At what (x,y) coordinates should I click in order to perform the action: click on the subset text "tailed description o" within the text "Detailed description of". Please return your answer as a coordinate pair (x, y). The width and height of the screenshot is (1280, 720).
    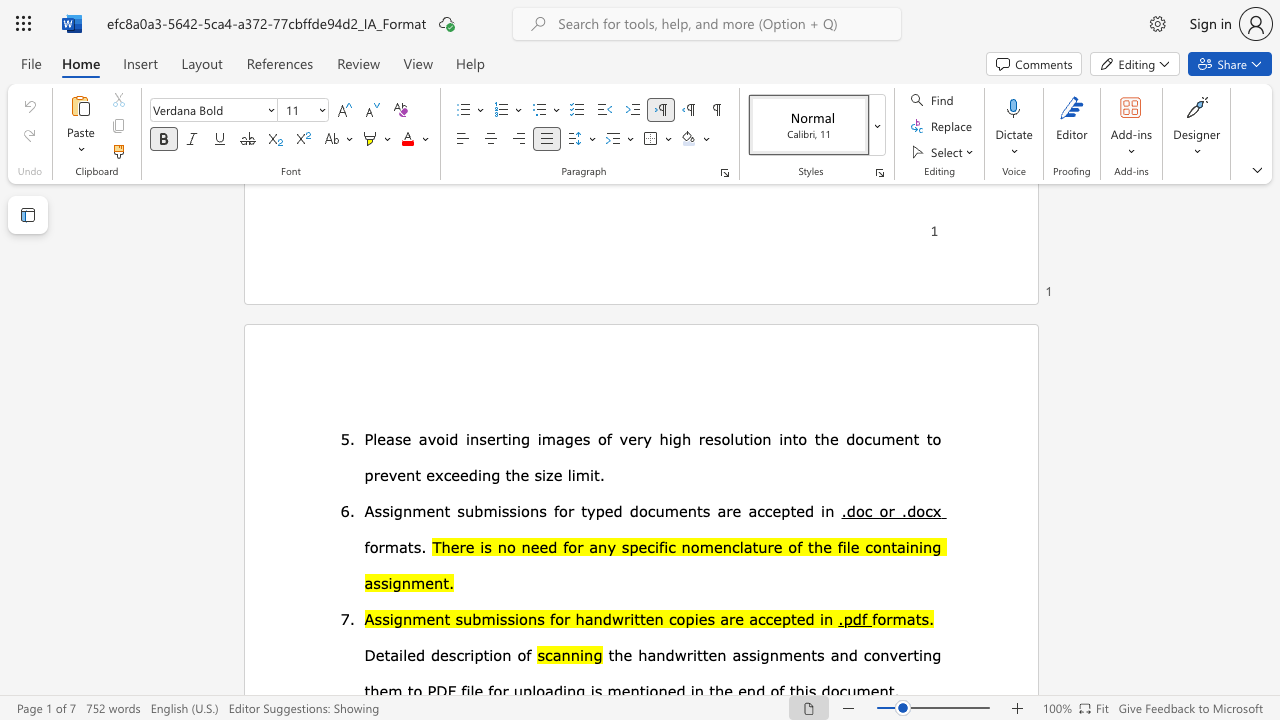
    Looking at the image, I should click on (384, 654).